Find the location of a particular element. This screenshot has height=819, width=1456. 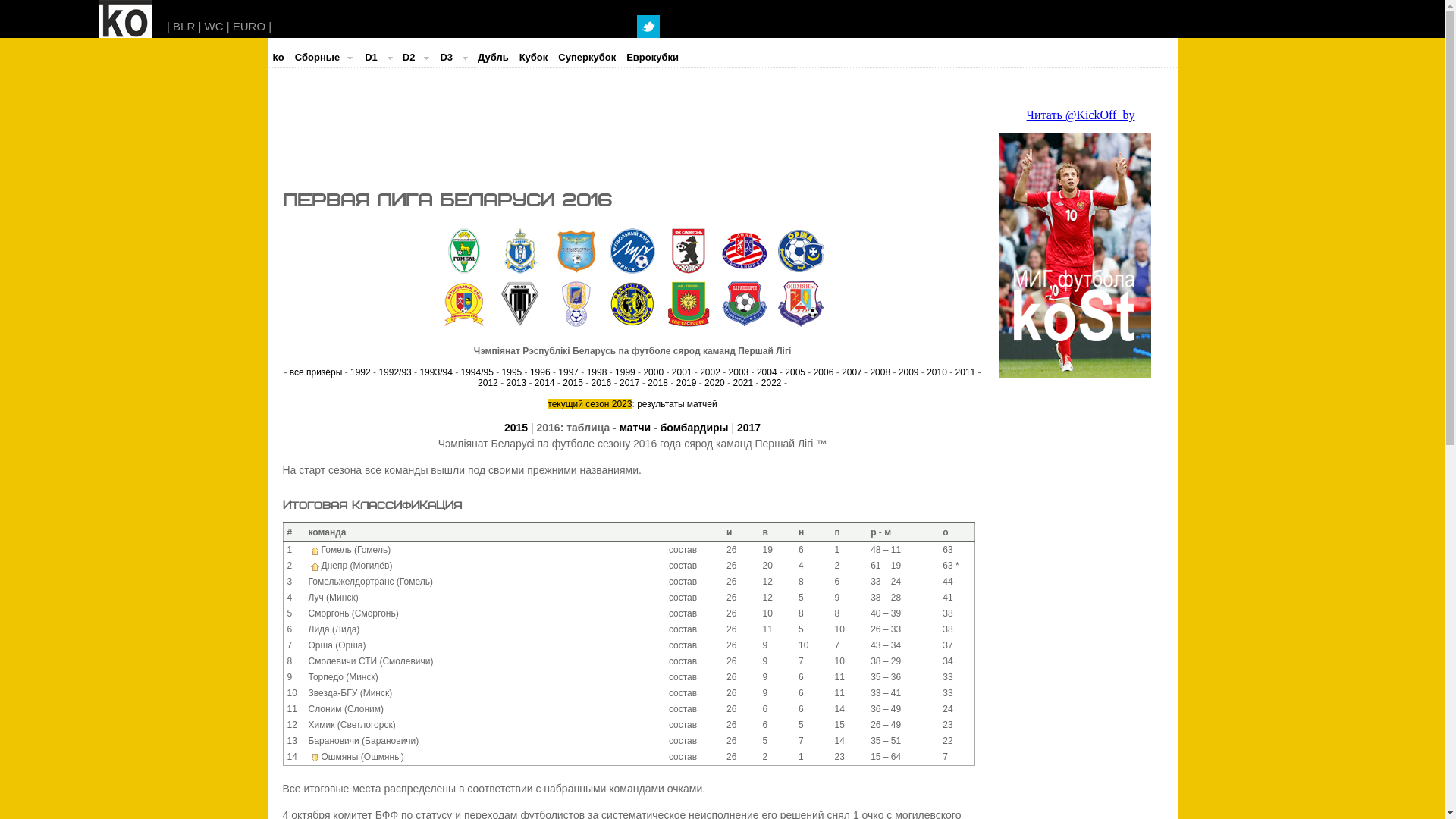

'2013' is located at coordinates (506, 382).